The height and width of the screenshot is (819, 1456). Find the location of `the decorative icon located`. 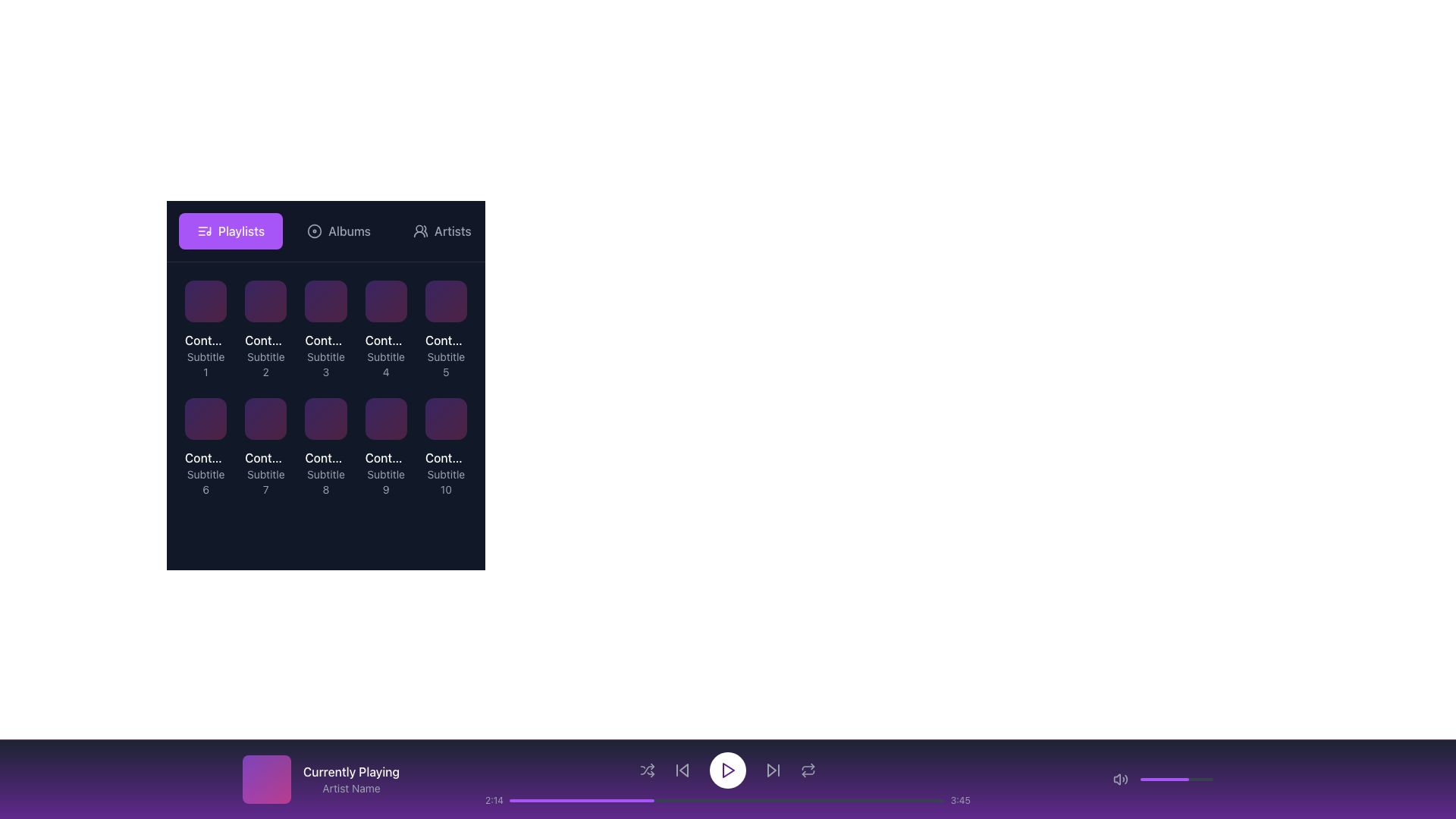

the decorative icon located is located at coordinates (314, 231).